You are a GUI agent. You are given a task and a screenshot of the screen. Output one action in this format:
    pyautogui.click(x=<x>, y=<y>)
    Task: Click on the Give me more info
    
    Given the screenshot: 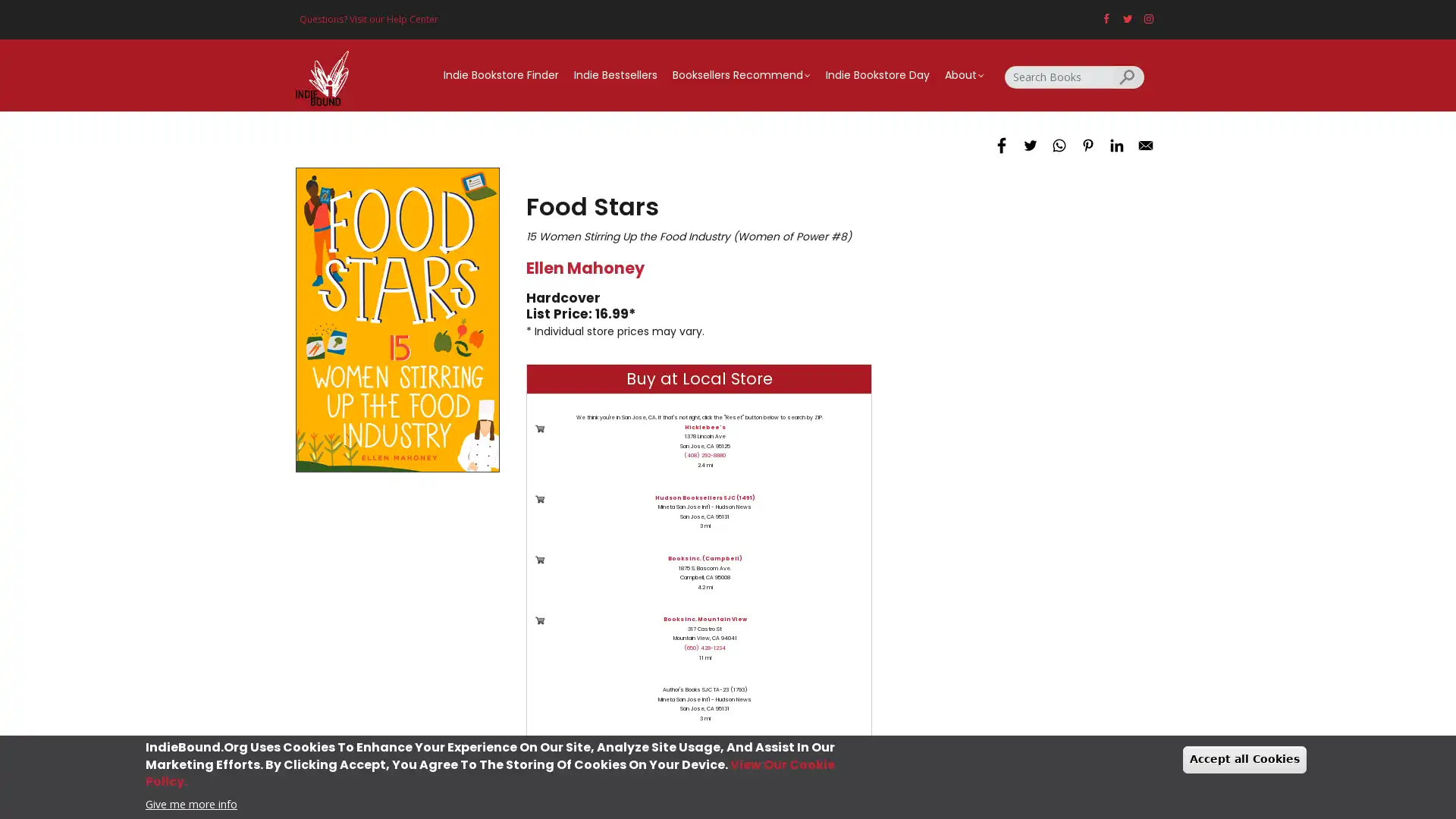 What is the action you would take?
    pyautogui.click(x=190, y=802)
    